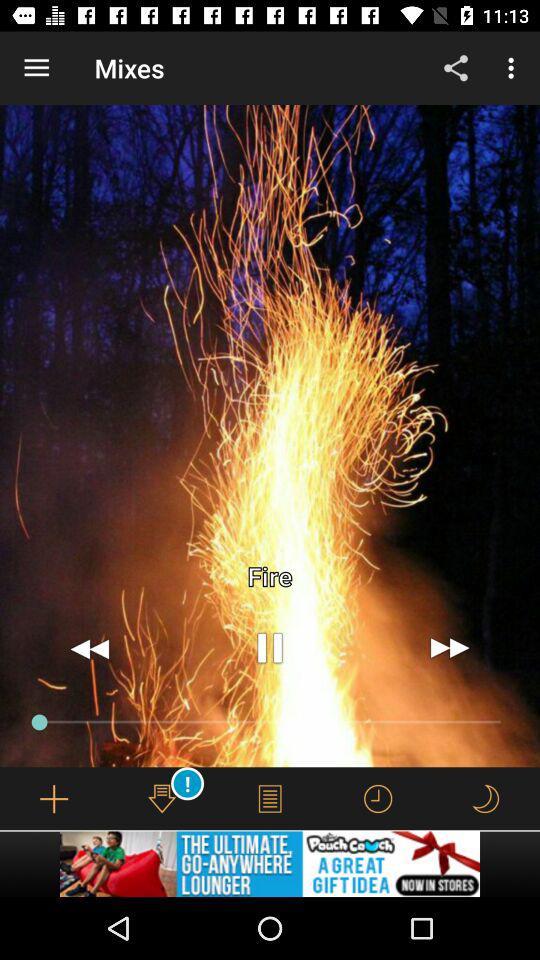  I want to click on the menu icon, so click(270, 798).